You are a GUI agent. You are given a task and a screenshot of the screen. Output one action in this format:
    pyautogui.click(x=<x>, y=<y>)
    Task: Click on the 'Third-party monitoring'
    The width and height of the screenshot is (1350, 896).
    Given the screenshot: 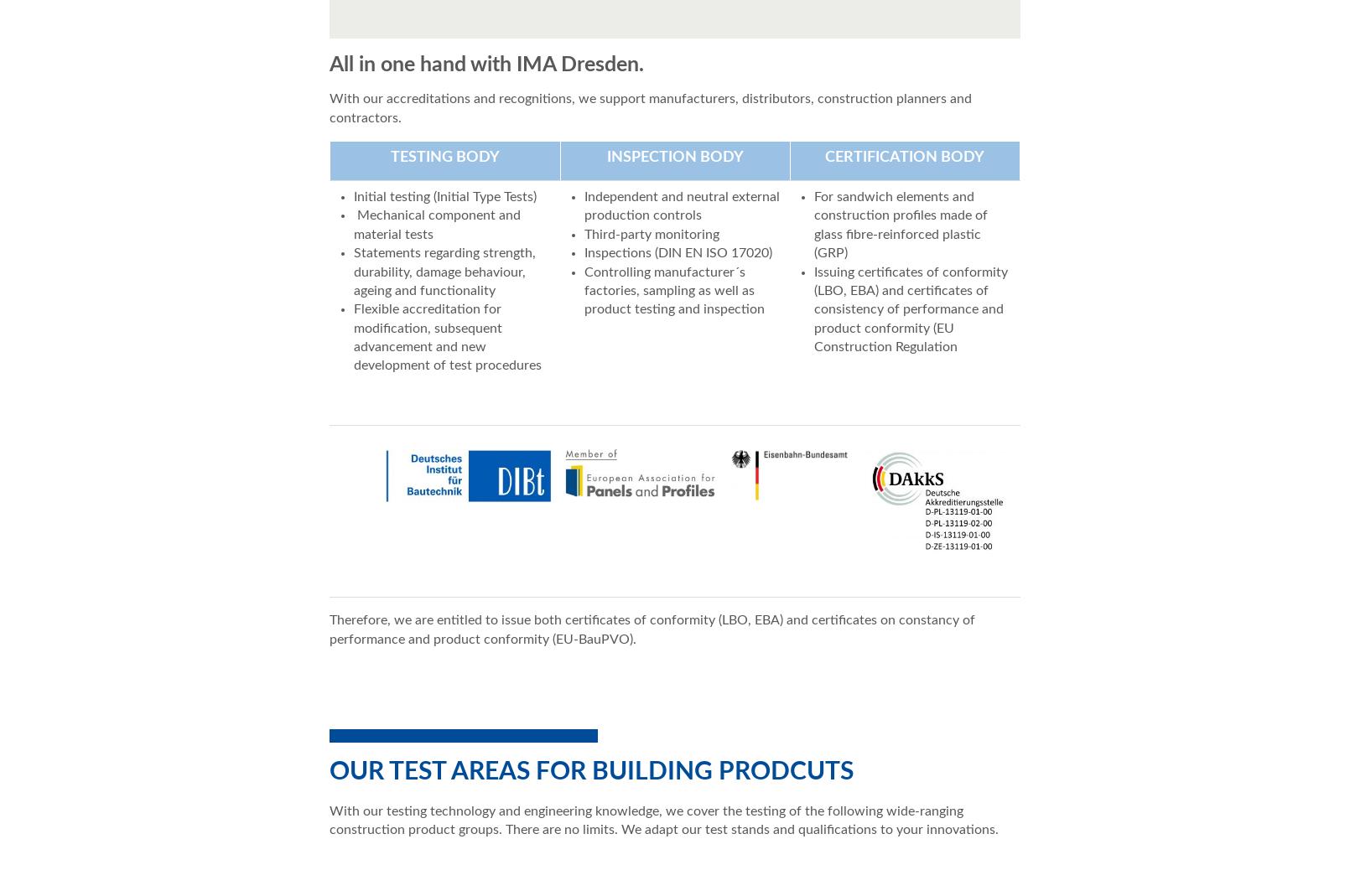 What is the action you would take?
    pyautogui.click(x=650, y=233)
    